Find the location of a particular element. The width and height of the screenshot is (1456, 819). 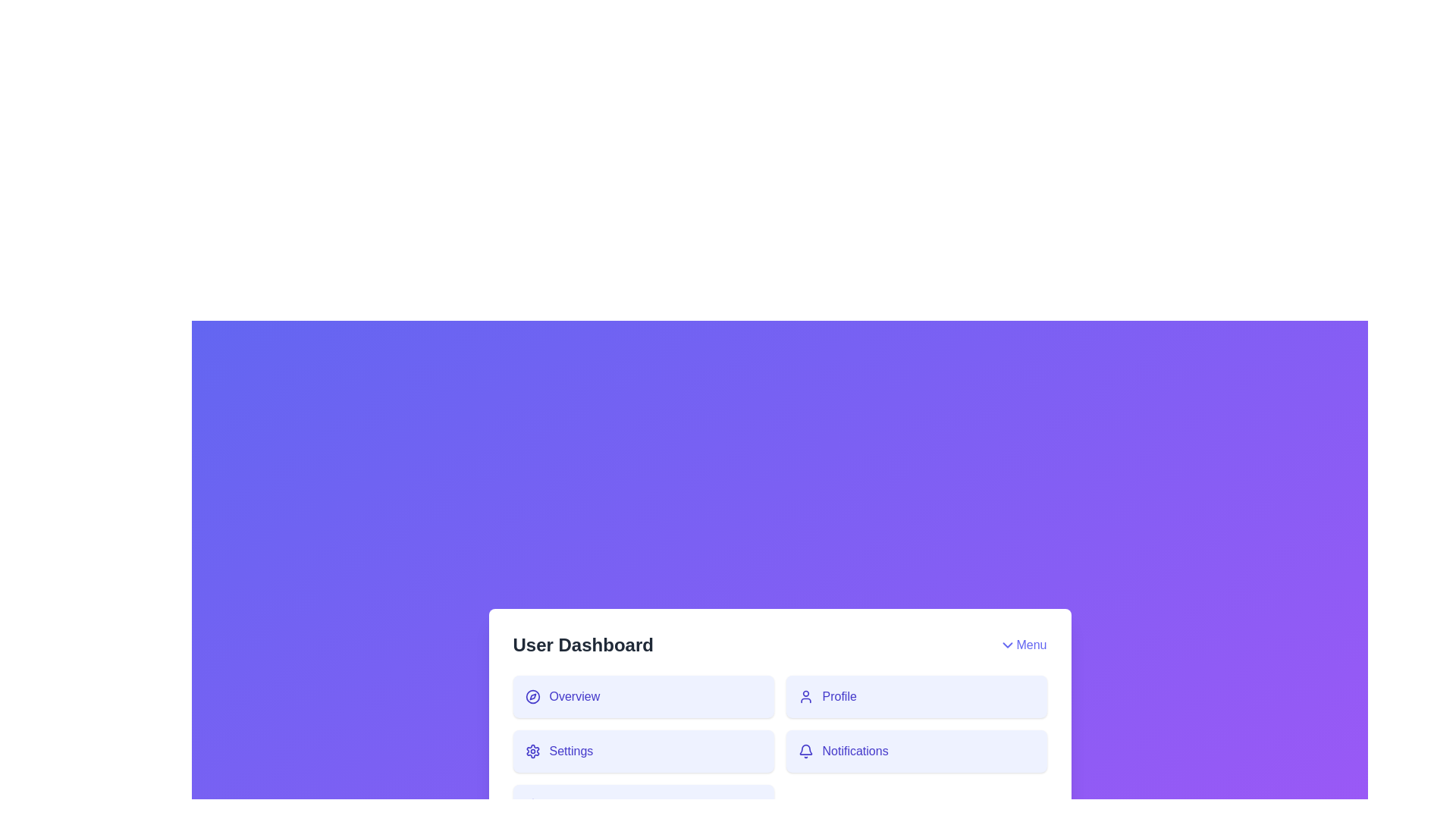

the 'Profile' button to navigate to the Profile section is located at coordinates (915, 696).